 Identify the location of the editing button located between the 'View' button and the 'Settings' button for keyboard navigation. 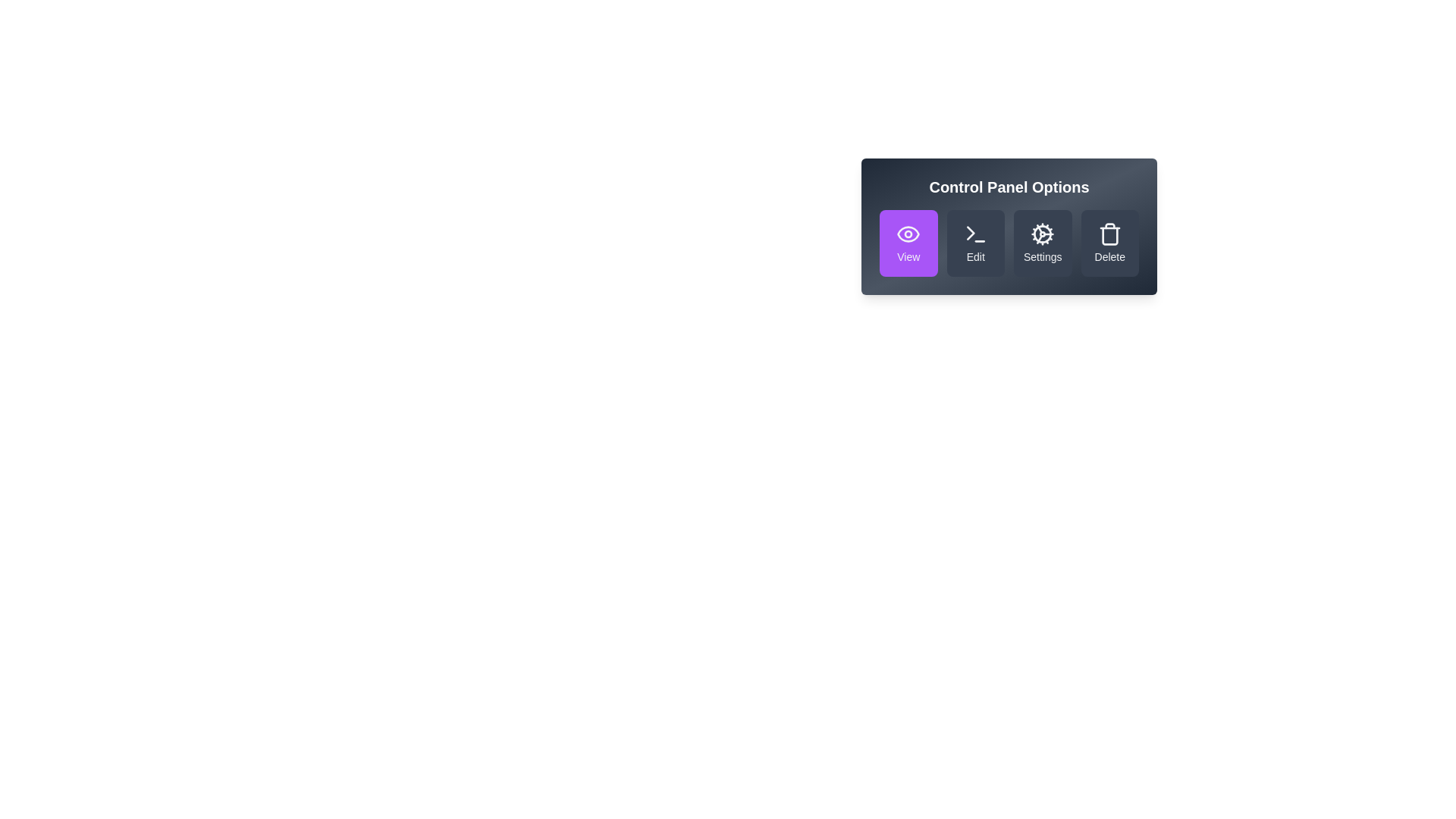
(975, 242).